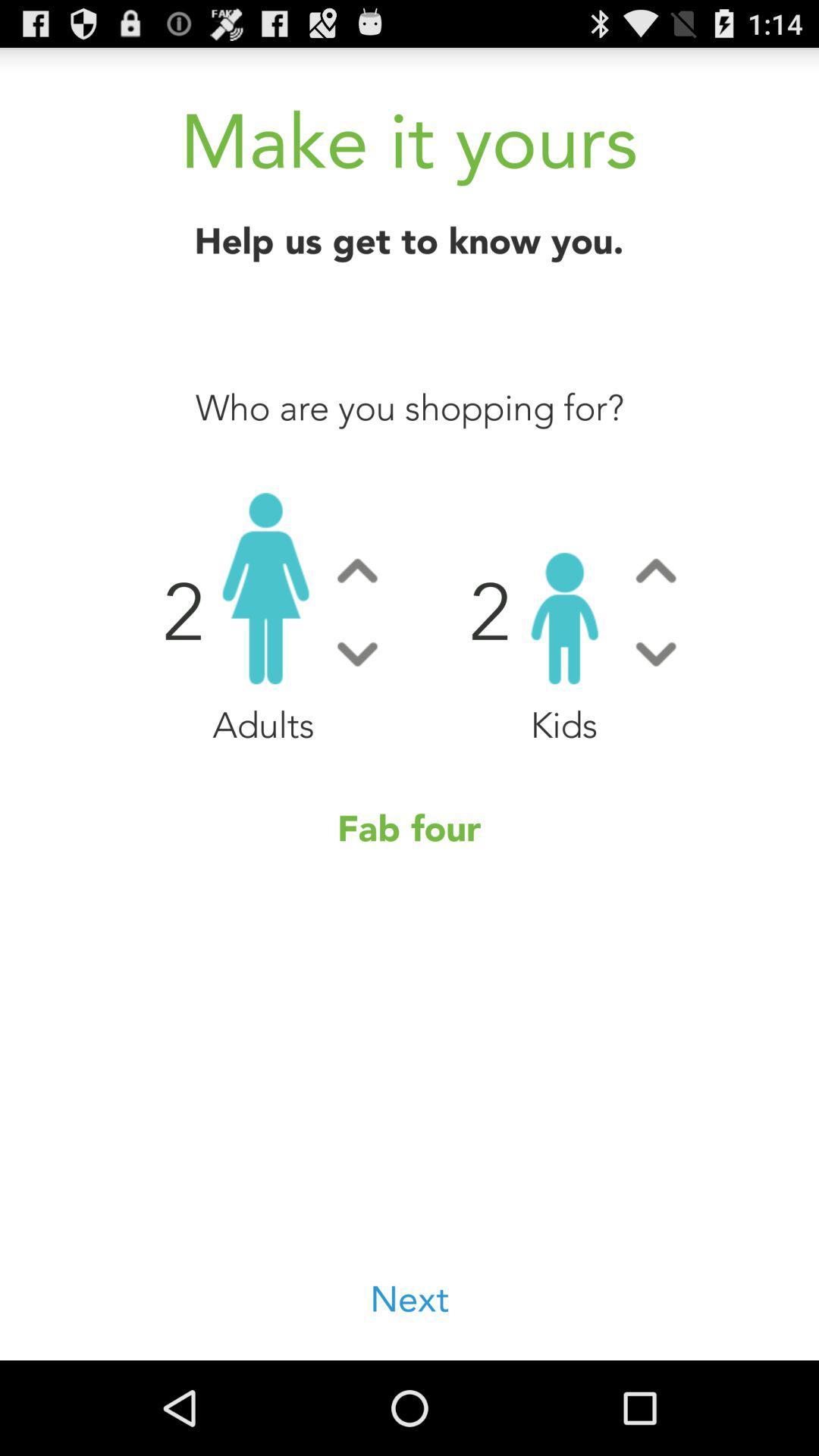 The height and width of the screenshot is (1456, 819). What do you see at coordinates (357, 570) in the screenshot?
I see `switch autoplay option` at bounding box center [357, 570].